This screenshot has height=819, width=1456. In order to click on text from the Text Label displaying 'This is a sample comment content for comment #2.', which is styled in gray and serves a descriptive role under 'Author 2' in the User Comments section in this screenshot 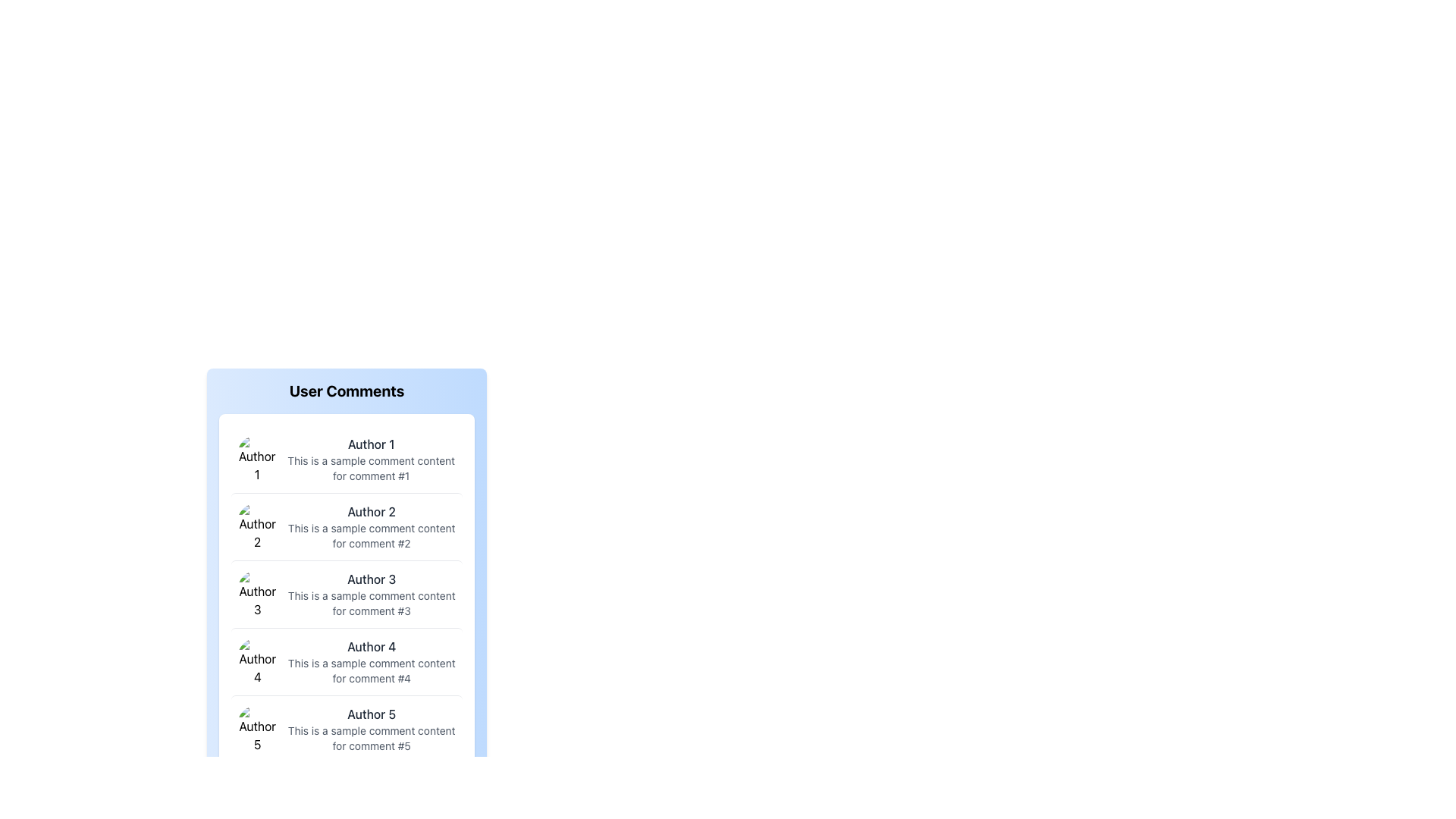, I will do `click(372, 535)`.